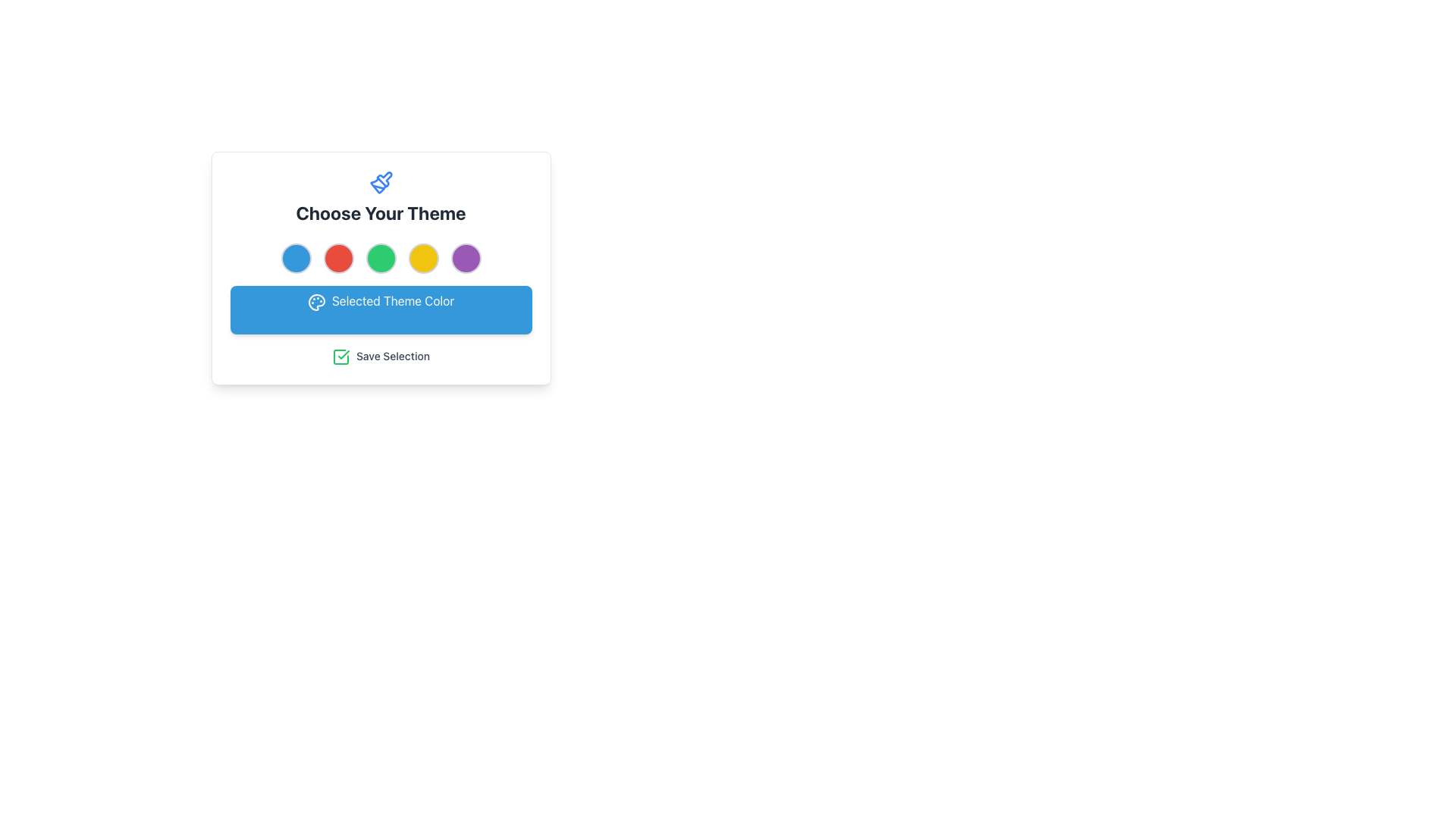  Describe the element at coordinates (465, 257) in the screenshot. I see `the fifth circular color selector located below the title 'Choose Your Theme'` at that location.